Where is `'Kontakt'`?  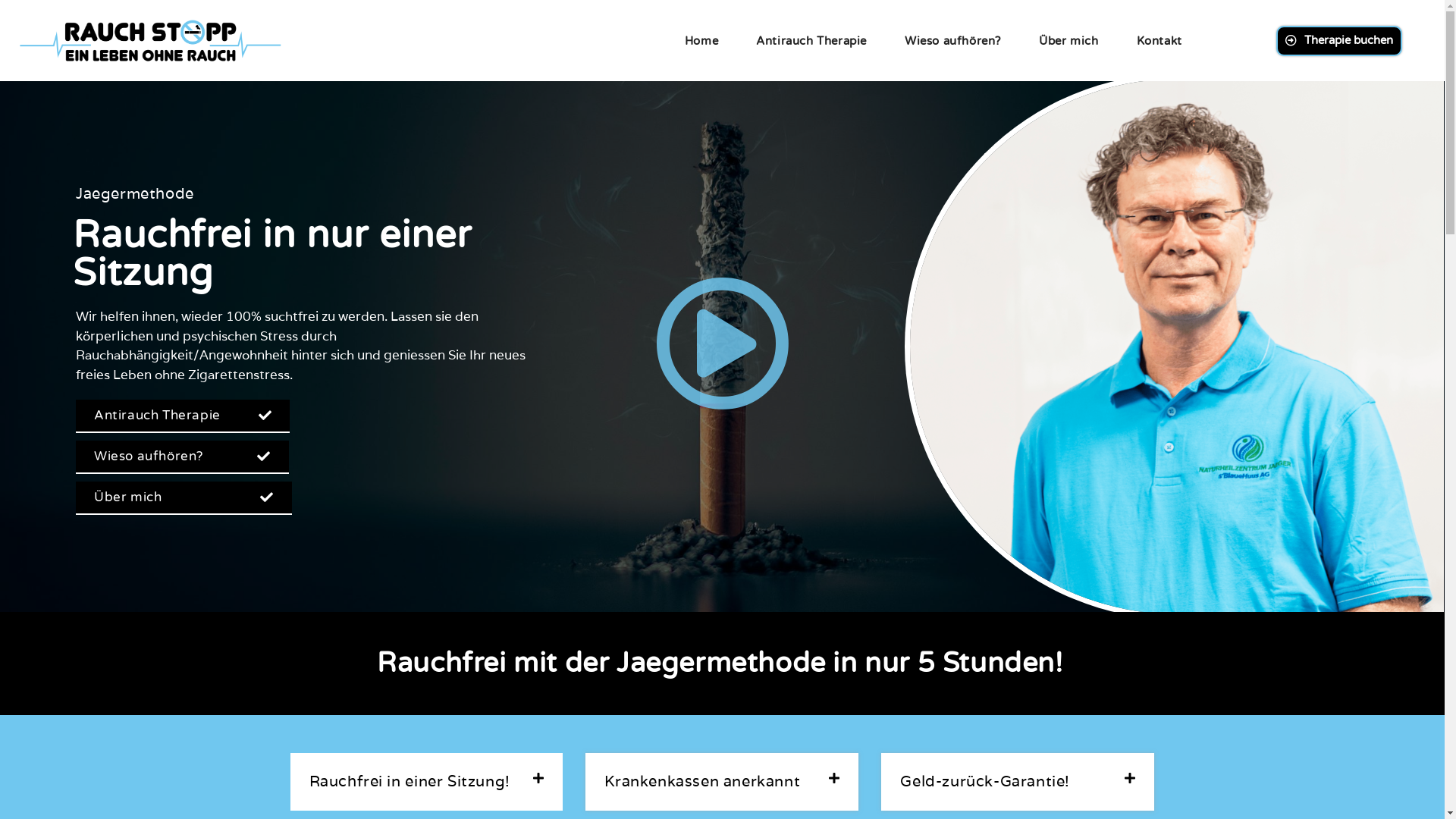 'Kontakt' is located at coordinates (1135, 40).